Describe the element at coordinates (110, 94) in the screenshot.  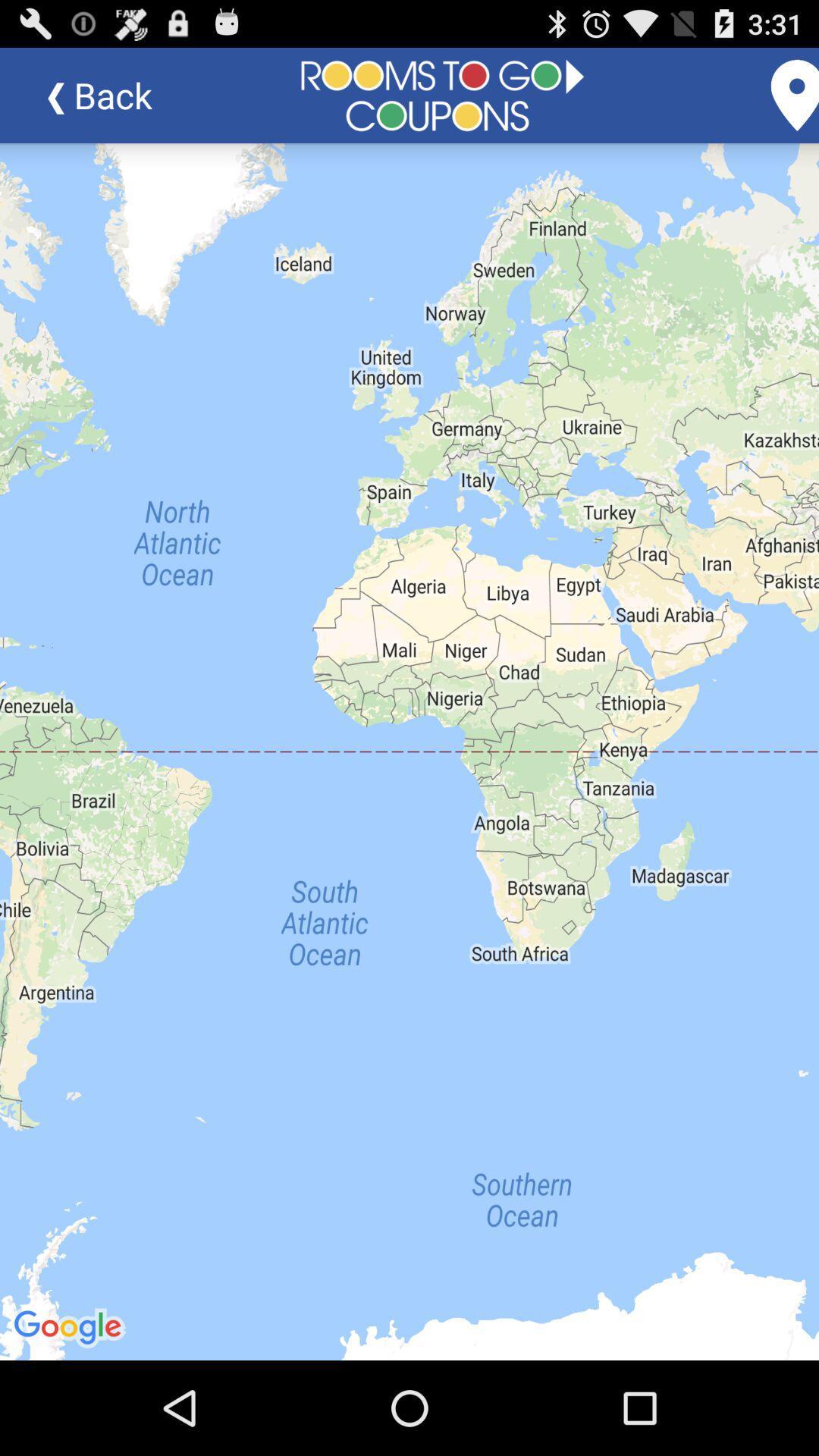
I see `the button at the top left corner` at that location.